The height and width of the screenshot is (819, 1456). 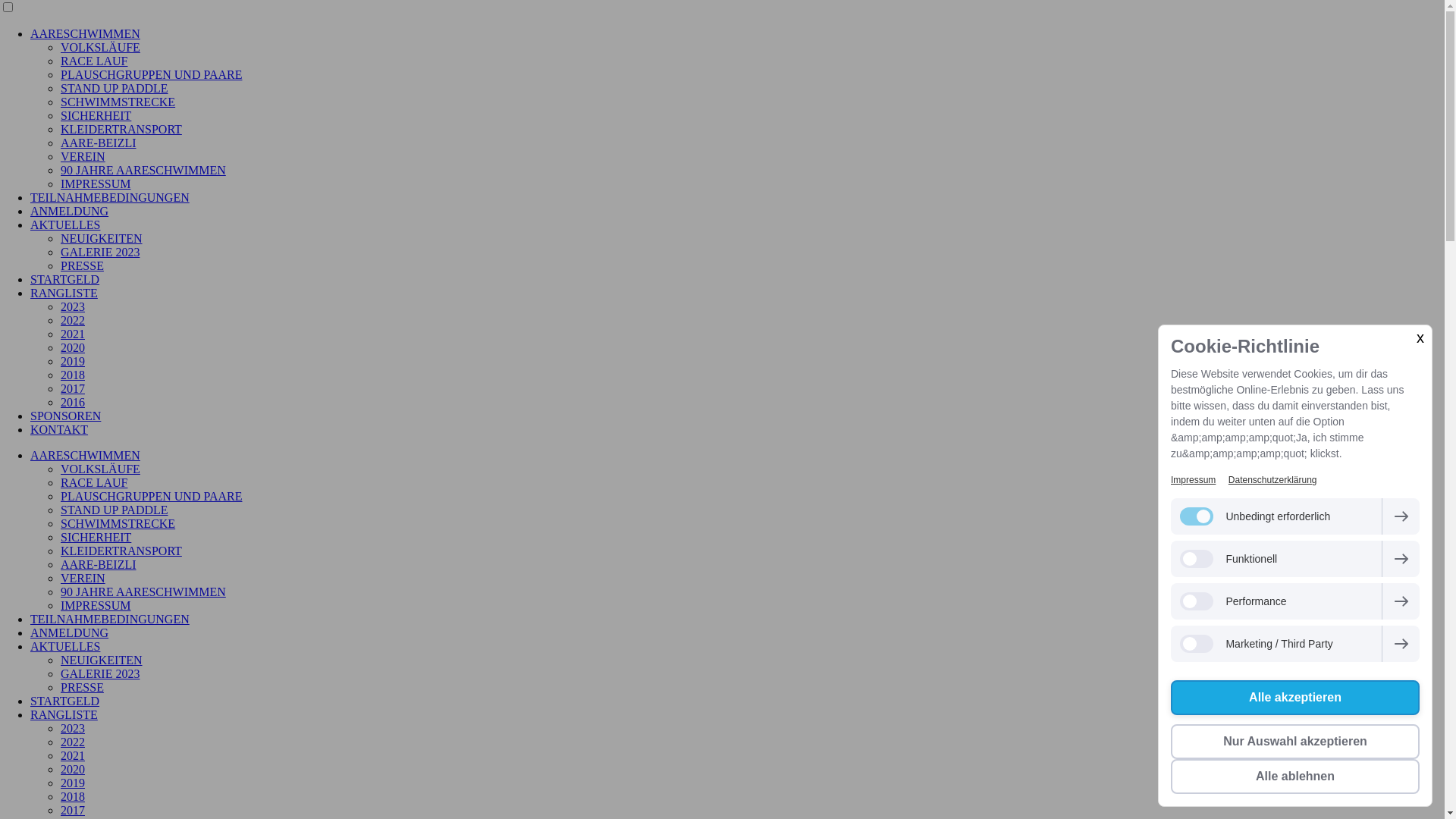 I want to click on '2020', so click(x=72, y=769).